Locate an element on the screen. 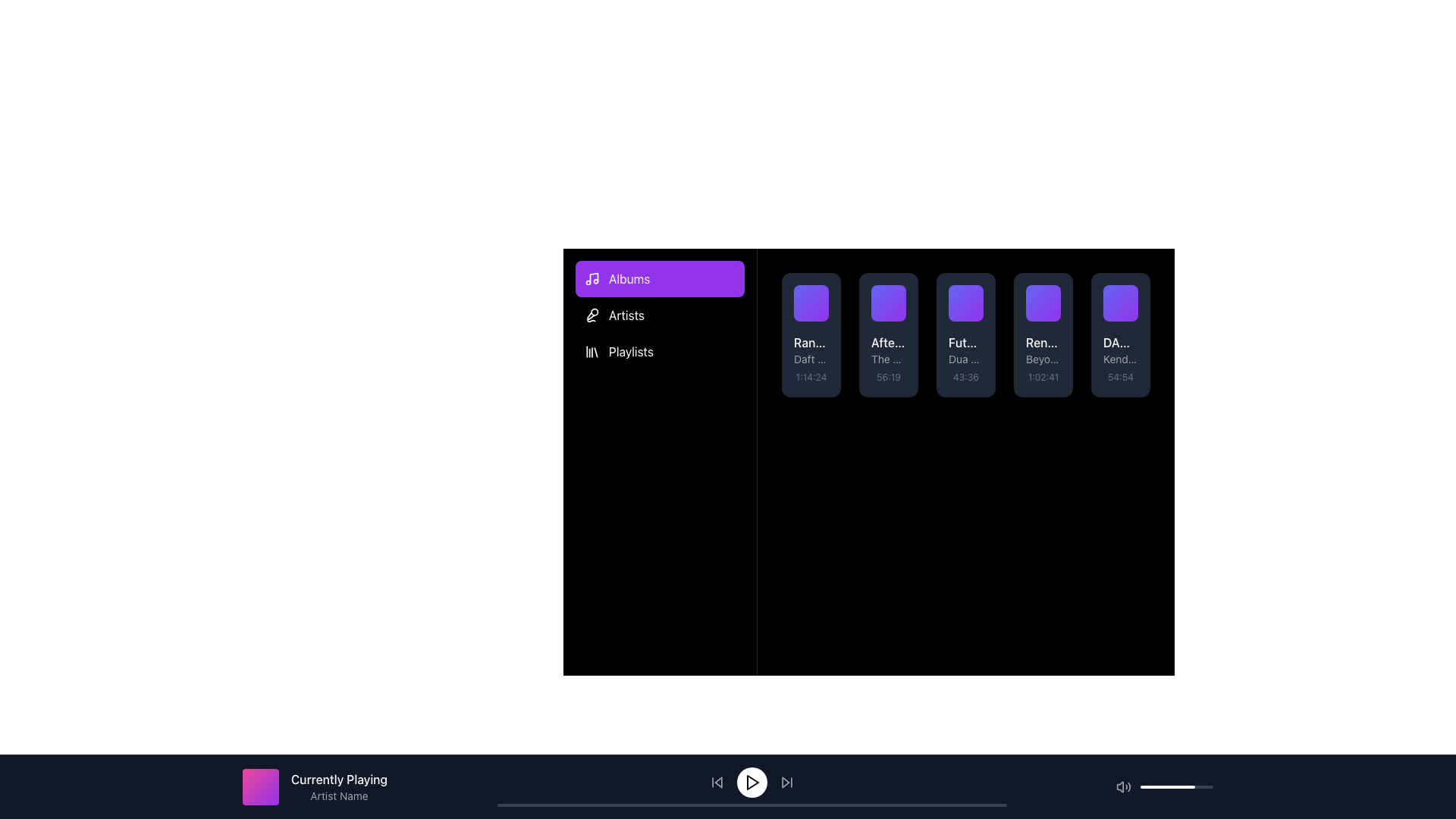  the musical note icon located in the purple rectangular area of the sidebar navigation menu is located at coordinates (591, 278).